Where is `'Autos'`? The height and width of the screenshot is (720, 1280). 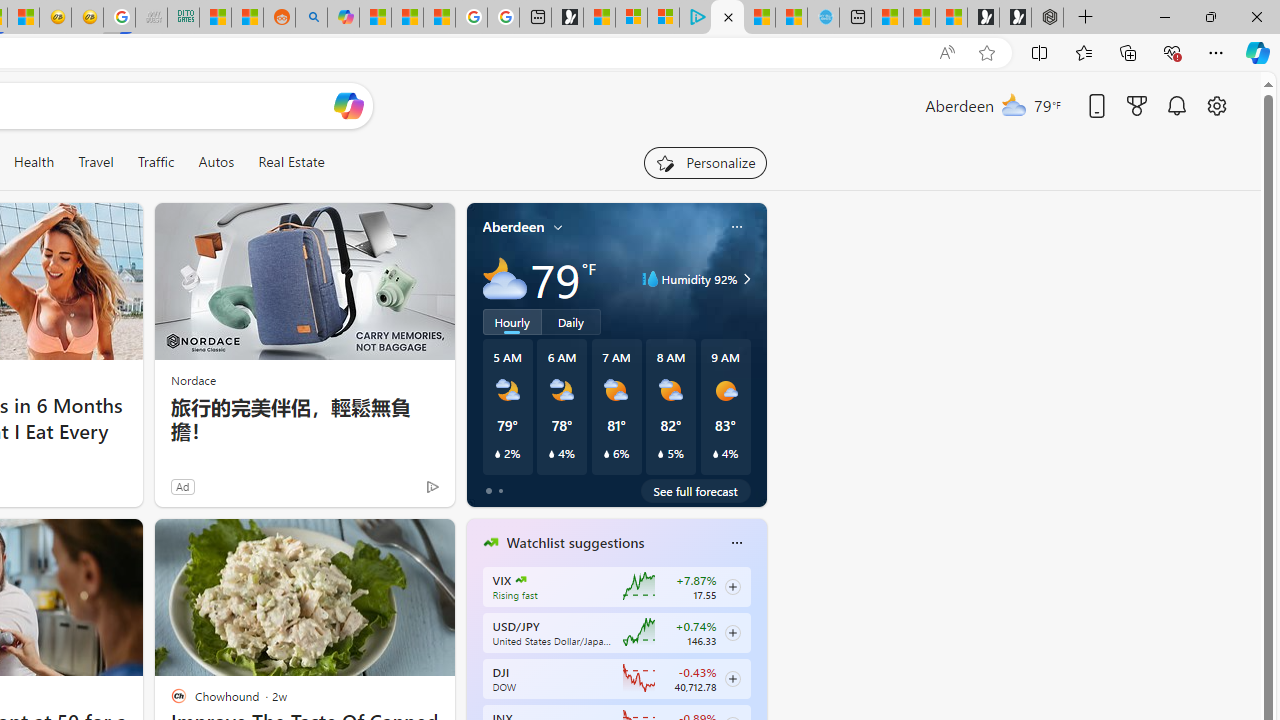
'Autos' is located at coordinates (216, 161).